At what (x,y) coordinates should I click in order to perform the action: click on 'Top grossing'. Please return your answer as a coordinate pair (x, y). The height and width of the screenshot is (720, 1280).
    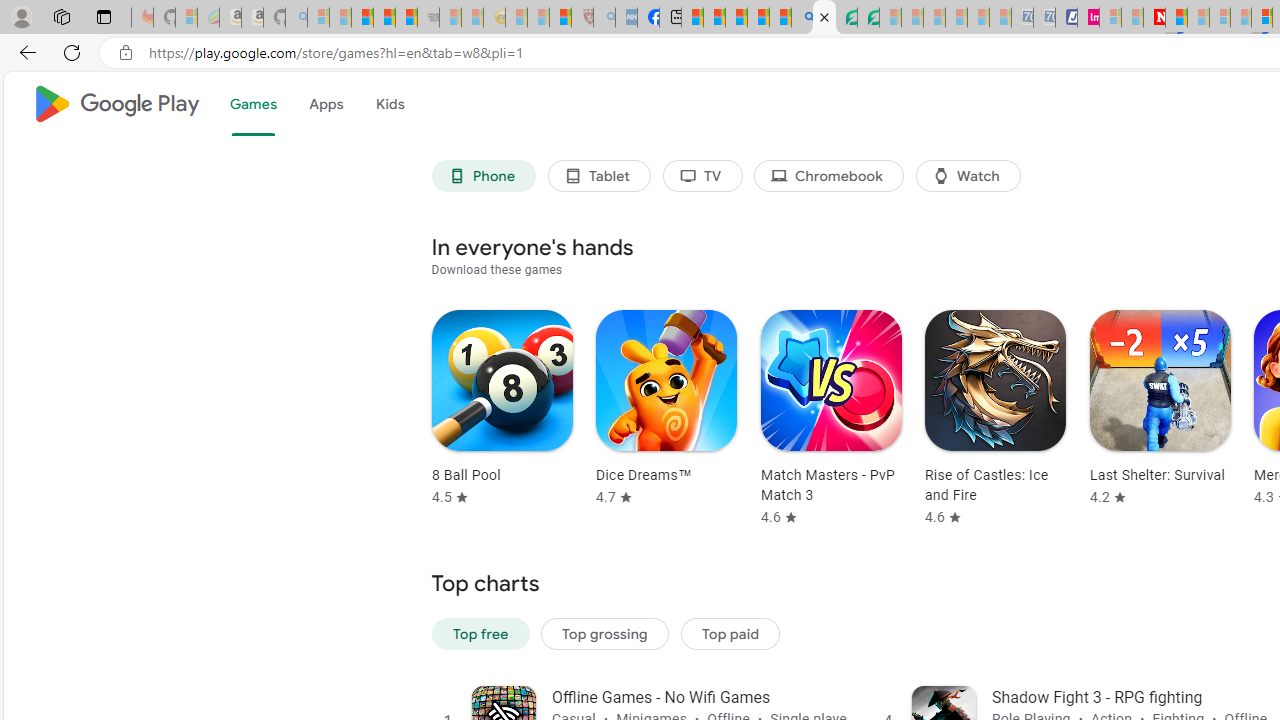
    Looking at the image, I should click on (604, 633).